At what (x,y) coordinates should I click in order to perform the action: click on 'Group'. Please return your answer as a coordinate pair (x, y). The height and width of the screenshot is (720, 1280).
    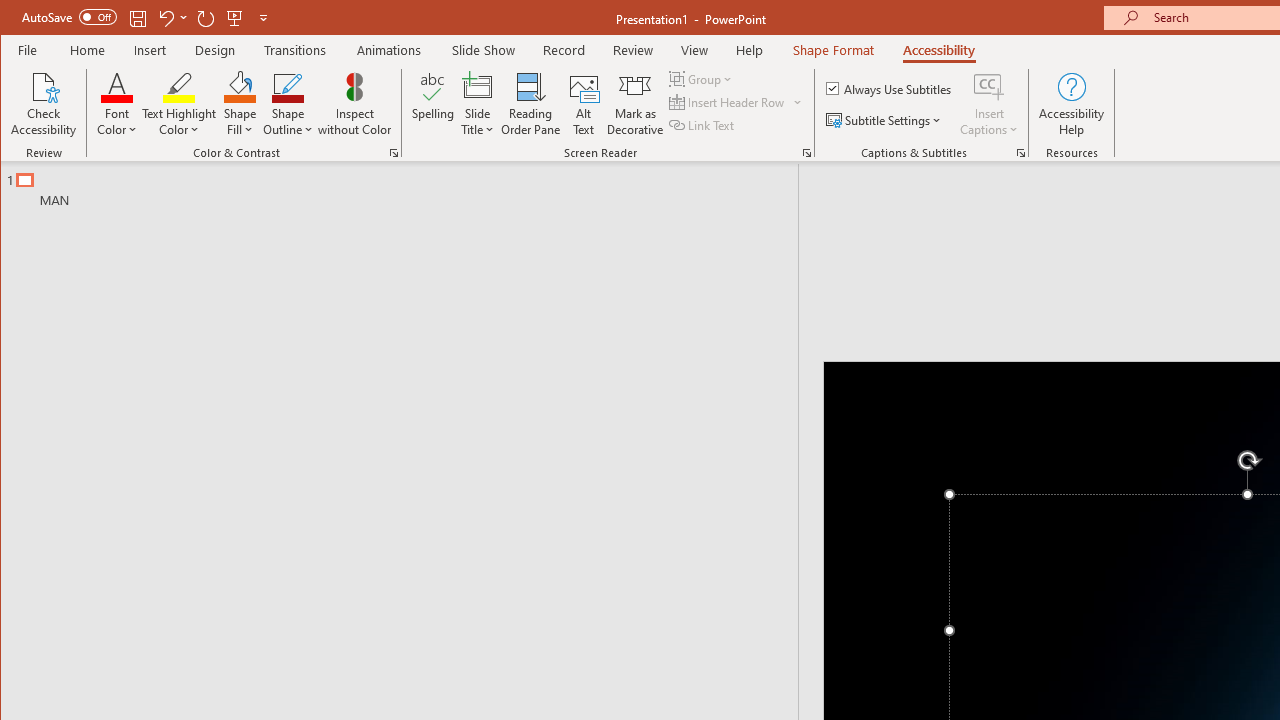
    Looking at the image, I should click on (702, 78).